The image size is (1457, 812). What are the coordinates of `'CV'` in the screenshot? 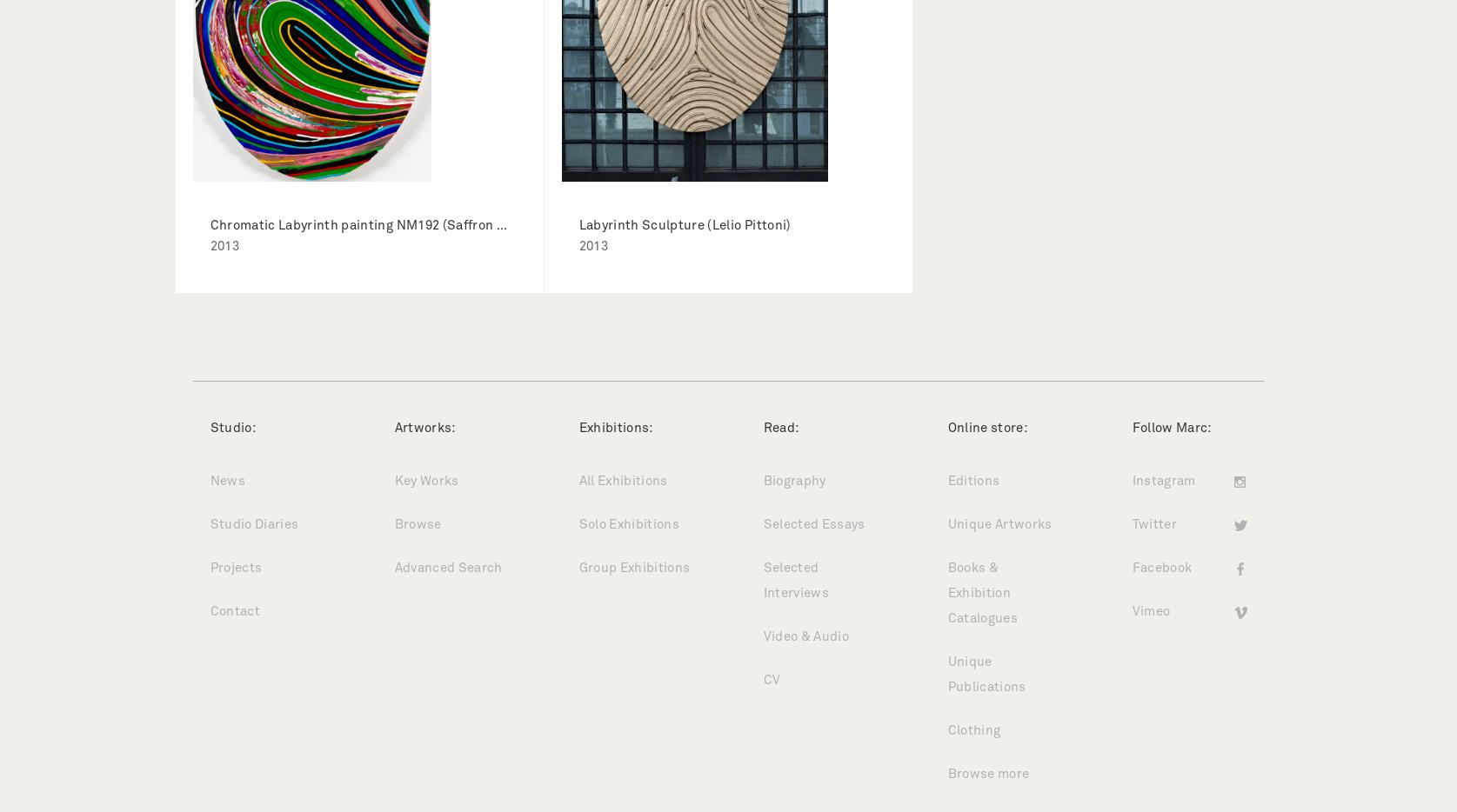 It's located at (771, 680).